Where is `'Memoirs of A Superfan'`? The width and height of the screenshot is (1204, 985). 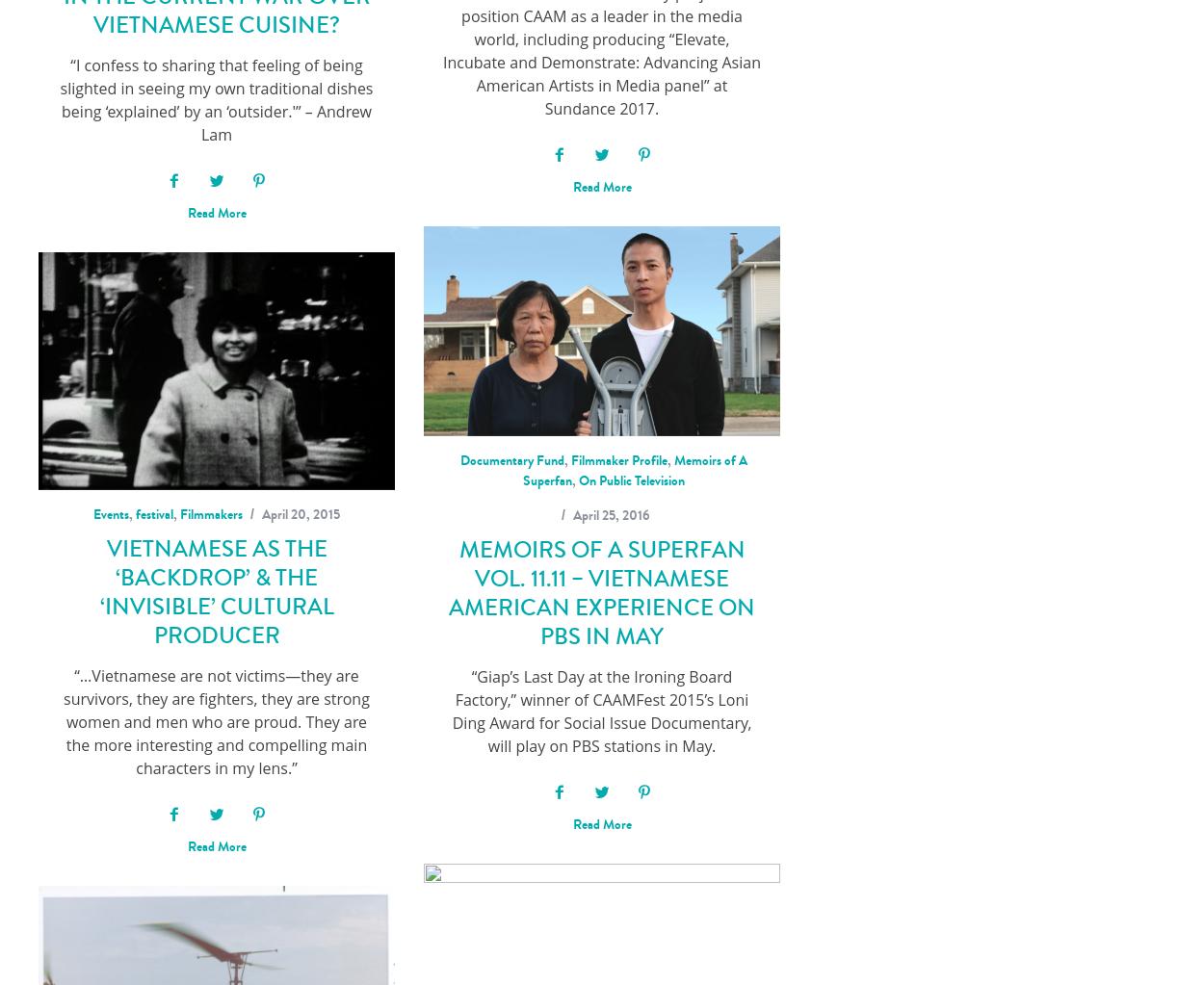
'Memoirs of A Superfan' is located at coordinates (634, 469).